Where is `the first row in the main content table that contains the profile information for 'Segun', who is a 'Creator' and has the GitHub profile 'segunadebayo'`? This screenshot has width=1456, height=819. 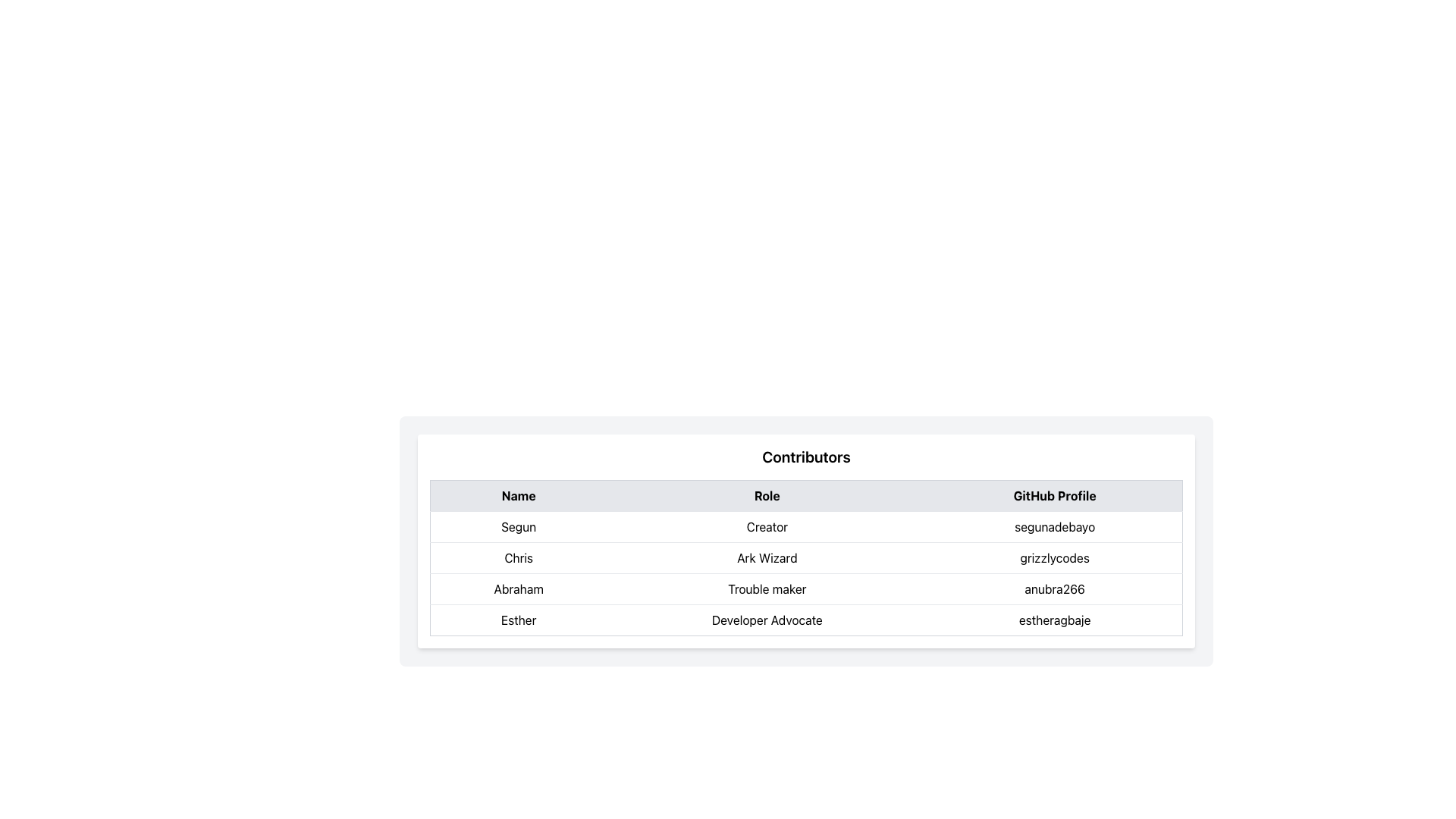
the first row in the main content table that contains the profile information for 'Segun', who is a 'Creator' and has the GitHub profile 'segunadebayo' is located at coordinates (805, 526).